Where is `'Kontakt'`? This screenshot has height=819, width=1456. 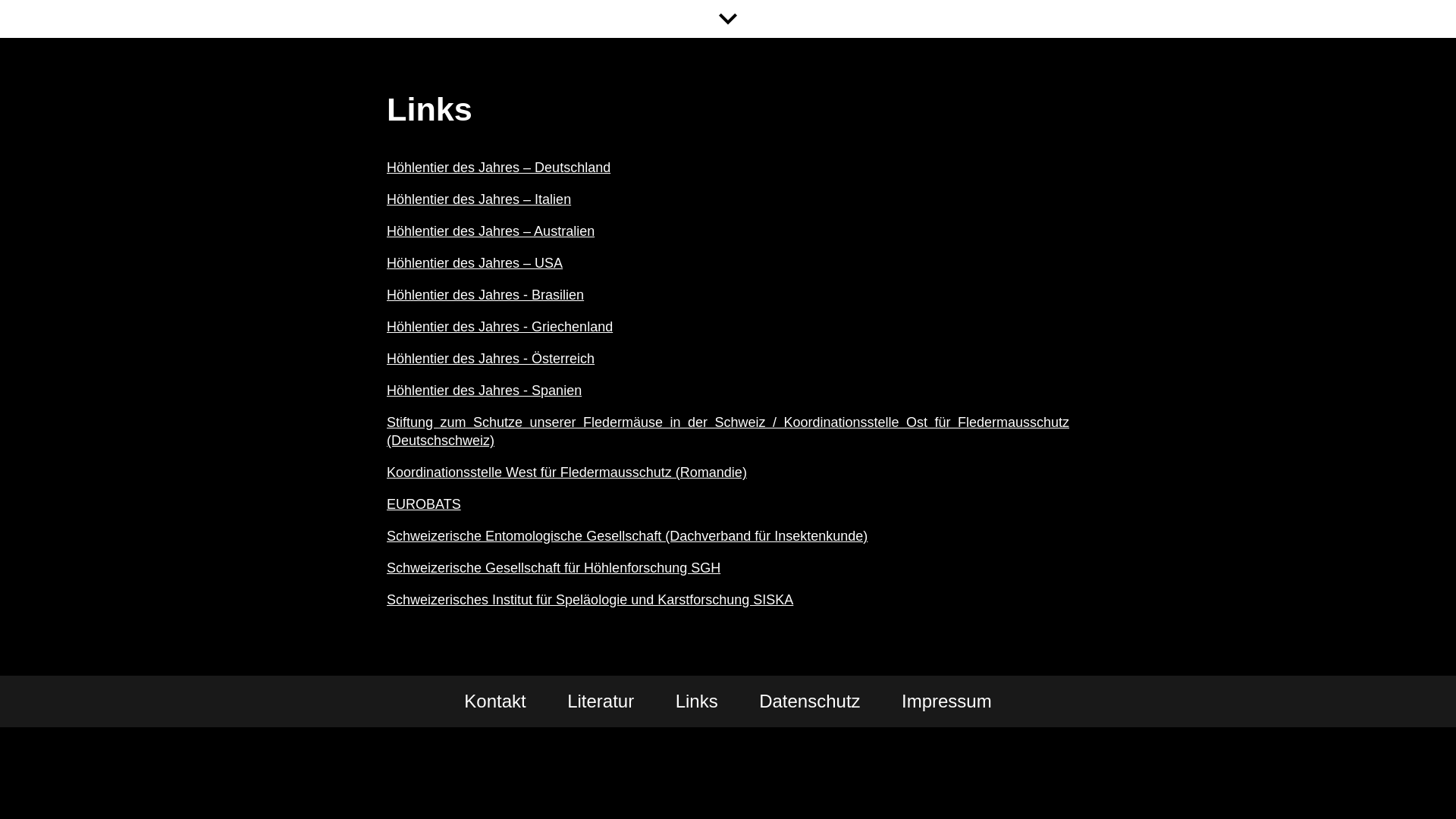 'Kontakt' is located at coordinates (494, 701).